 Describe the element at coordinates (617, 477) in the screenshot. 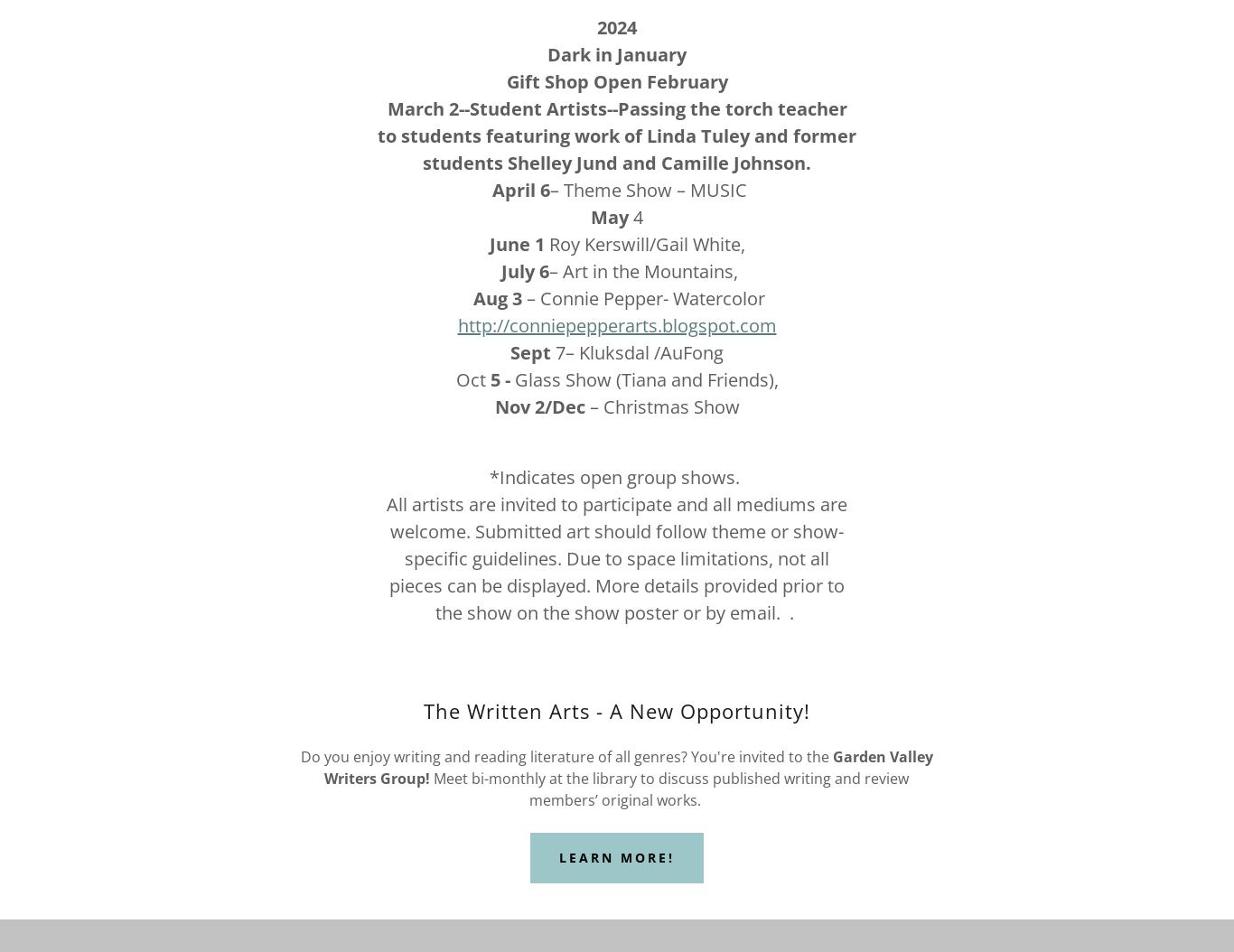

I see `'*Indicates open group shows.'` at that location.